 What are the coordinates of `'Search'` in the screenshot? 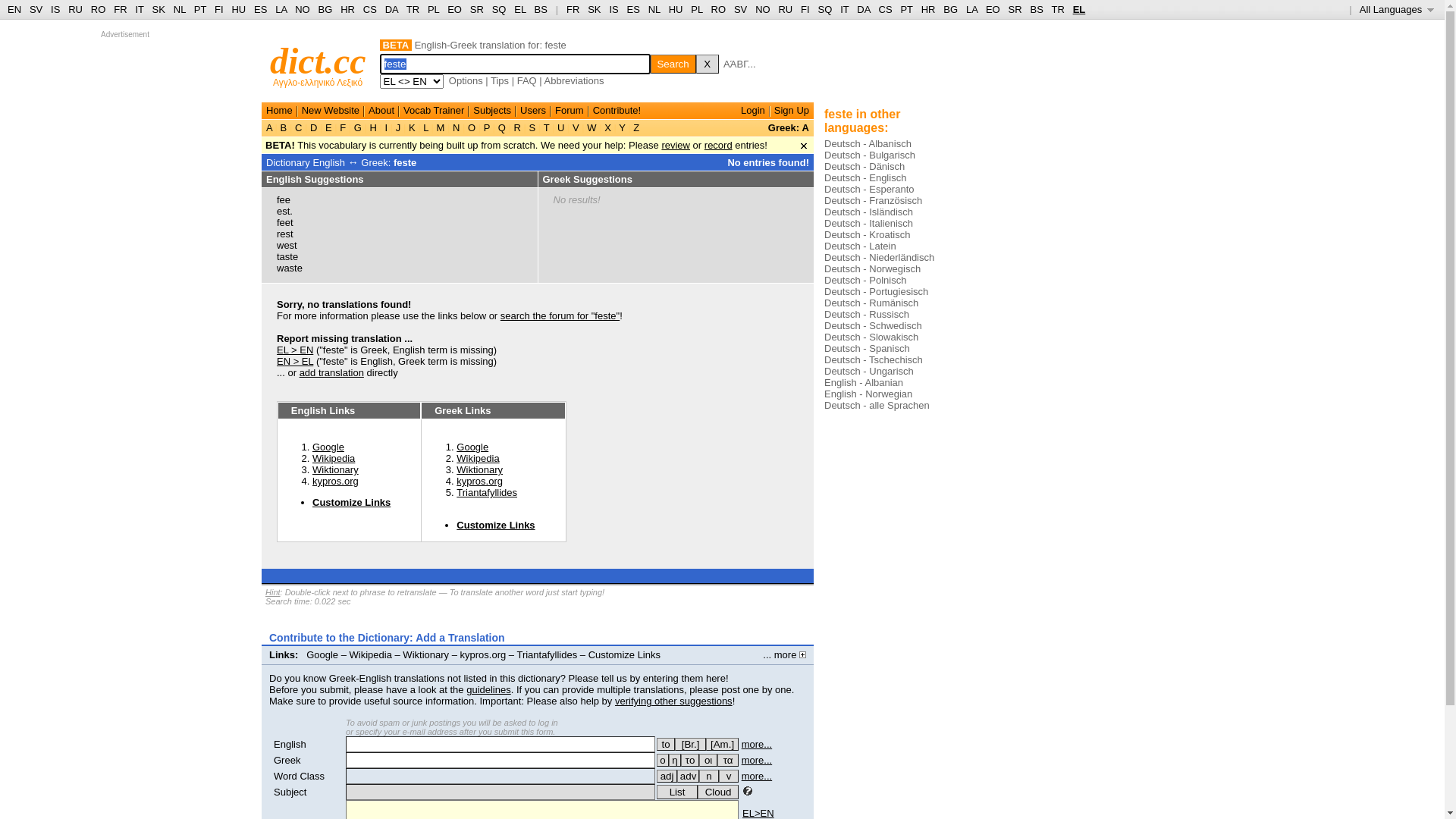 It's located at (673, 63).